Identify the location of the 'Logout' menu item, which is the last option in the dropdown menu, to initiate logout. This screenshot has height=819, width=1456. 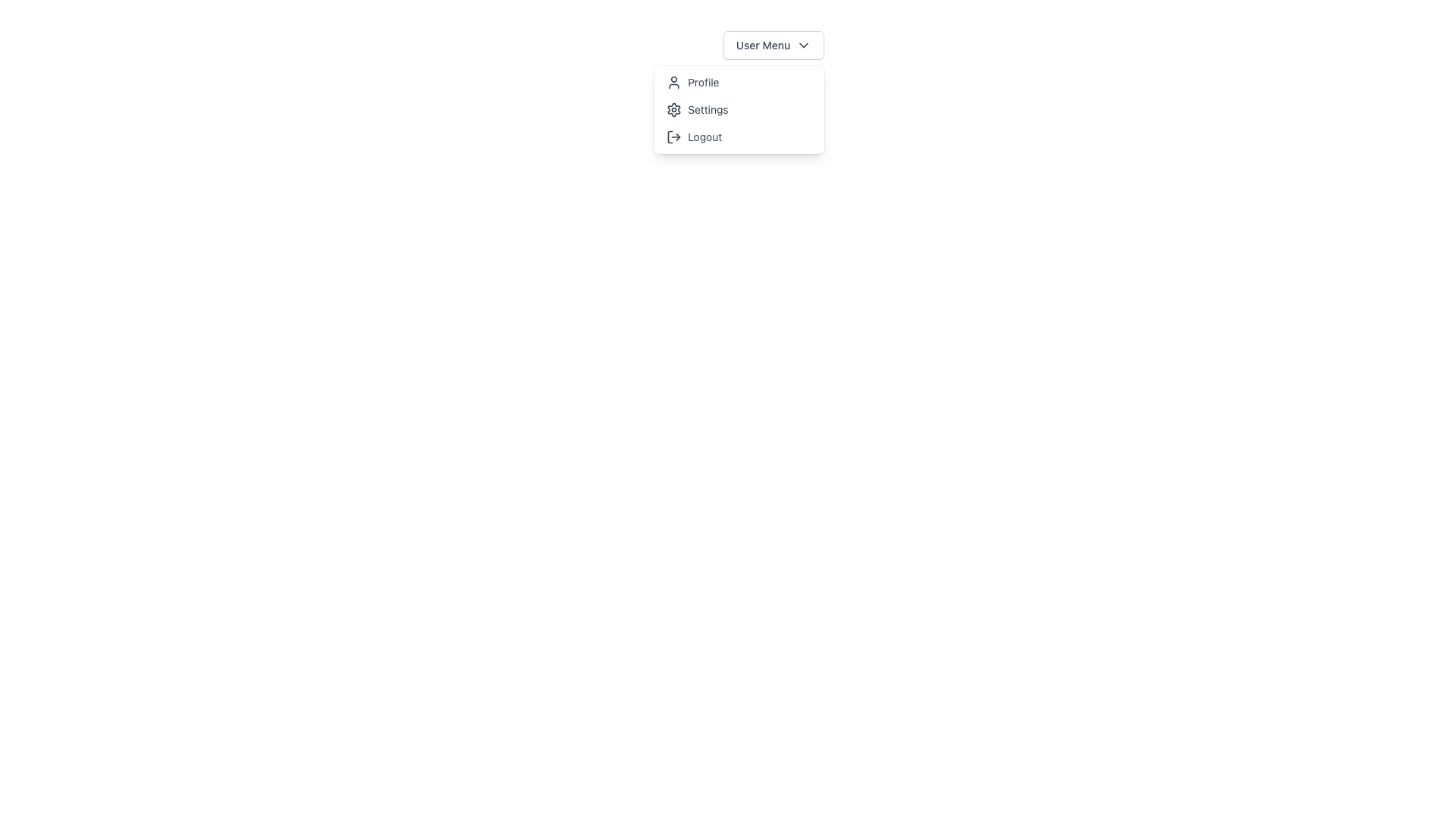
(739, 137).